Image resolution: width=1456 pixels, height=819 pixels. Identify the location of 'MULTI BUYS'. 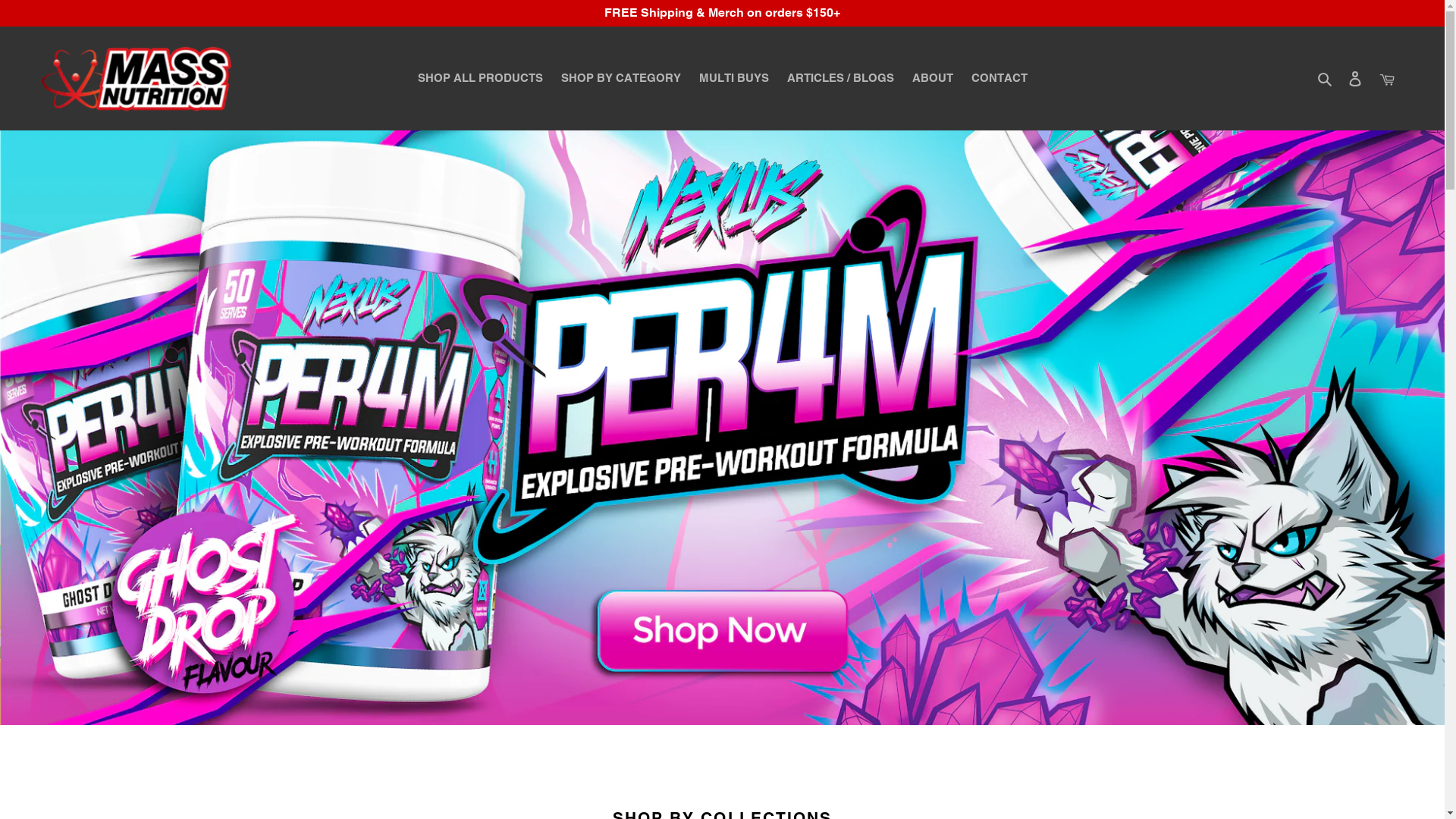
(734, 78).